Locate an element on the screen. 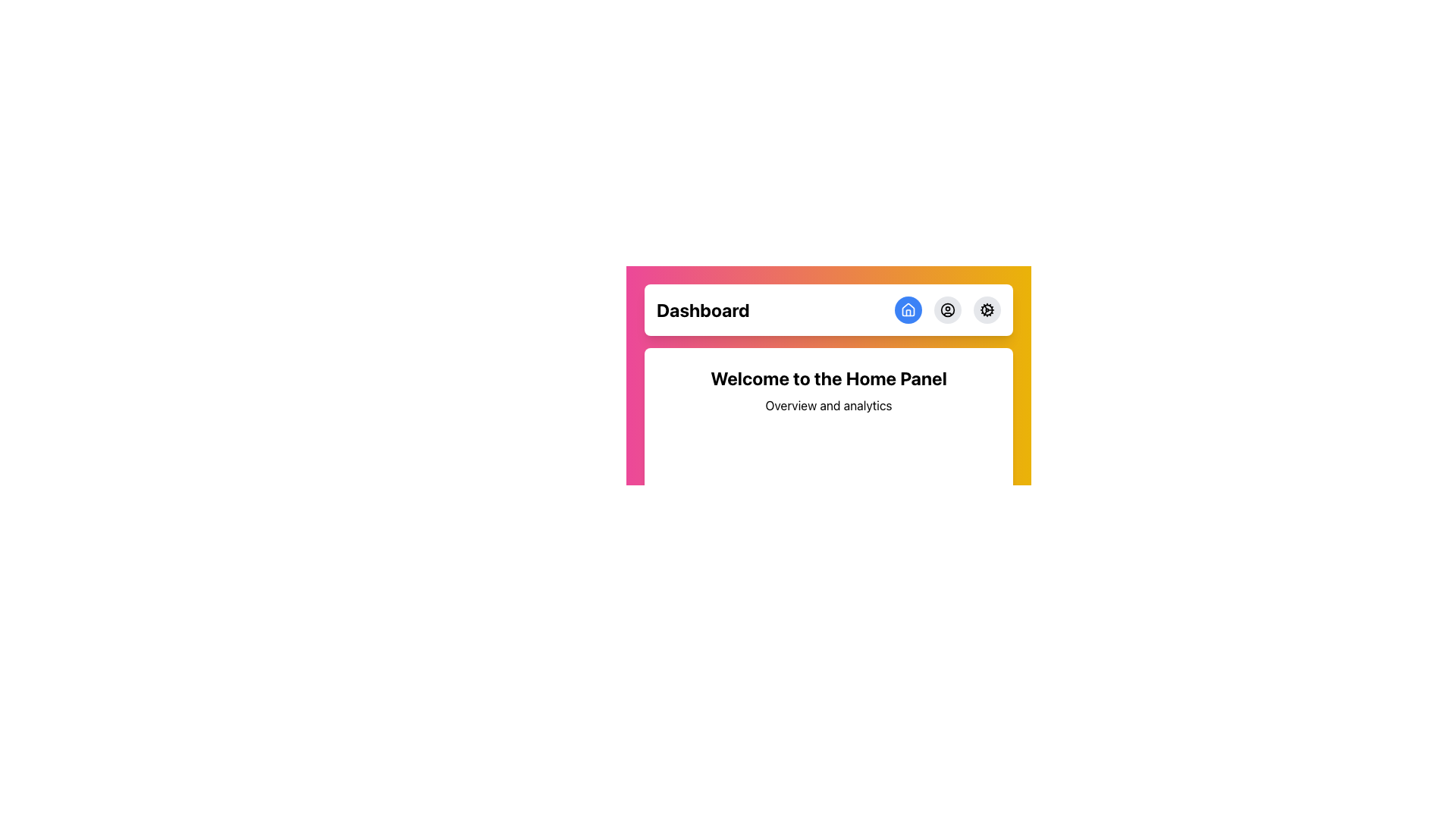 The width and height of the screenshot is (1456, 819). the decorative SVG Circle that represents the user profile icon located in the header menu bar is located at coordinates (946, 309).